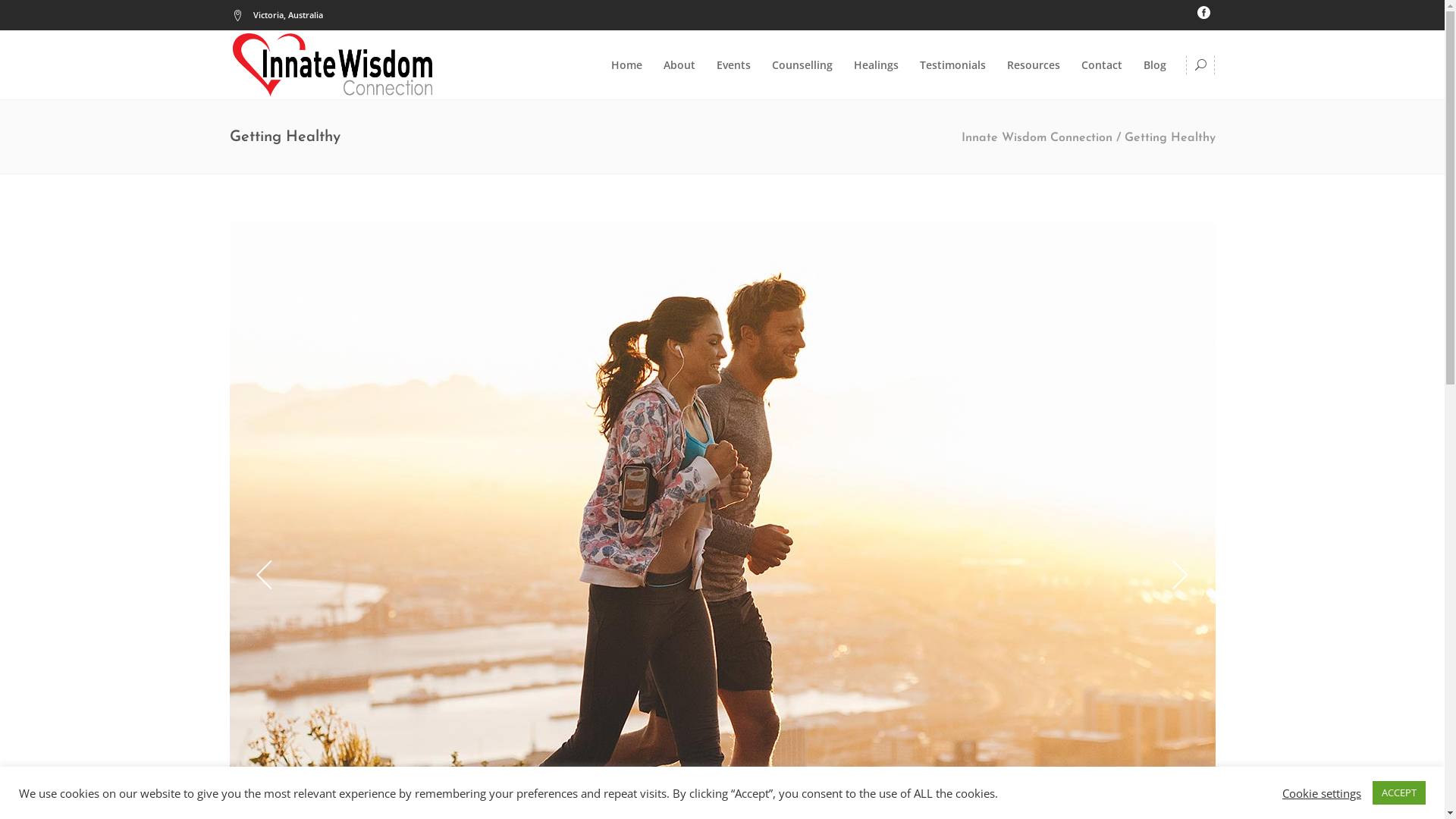 This screenshot has height=819, width=1456. What do you see at coordinates (626, 64) in the screenshot?
I see `'Home'` at bounding box center [626, 64].